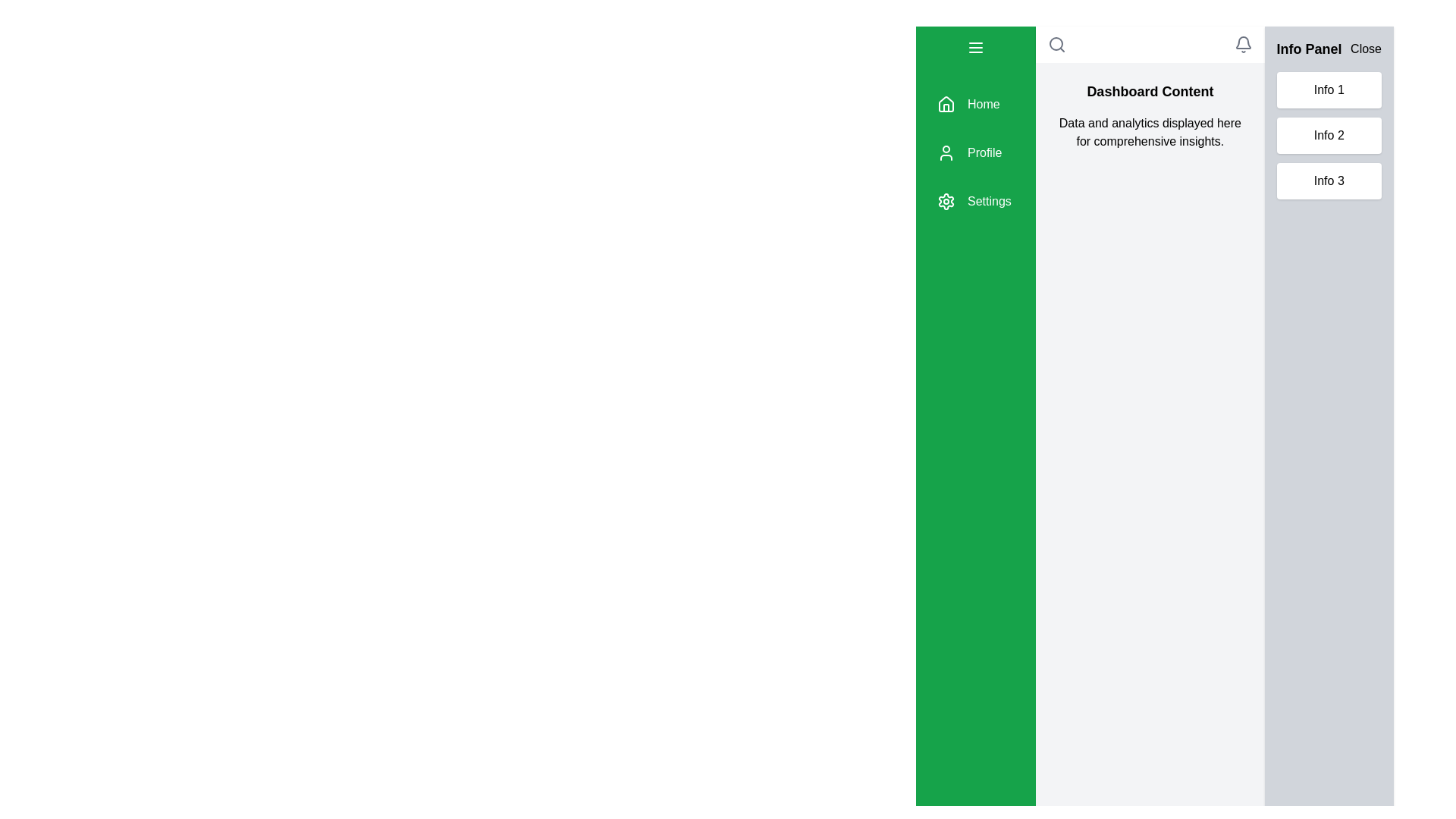  Describe the element at coordinates (976, 46) in the screenshot. I see `the menu toggle button located at the upper left of the green vertical navigation panel` at that location.